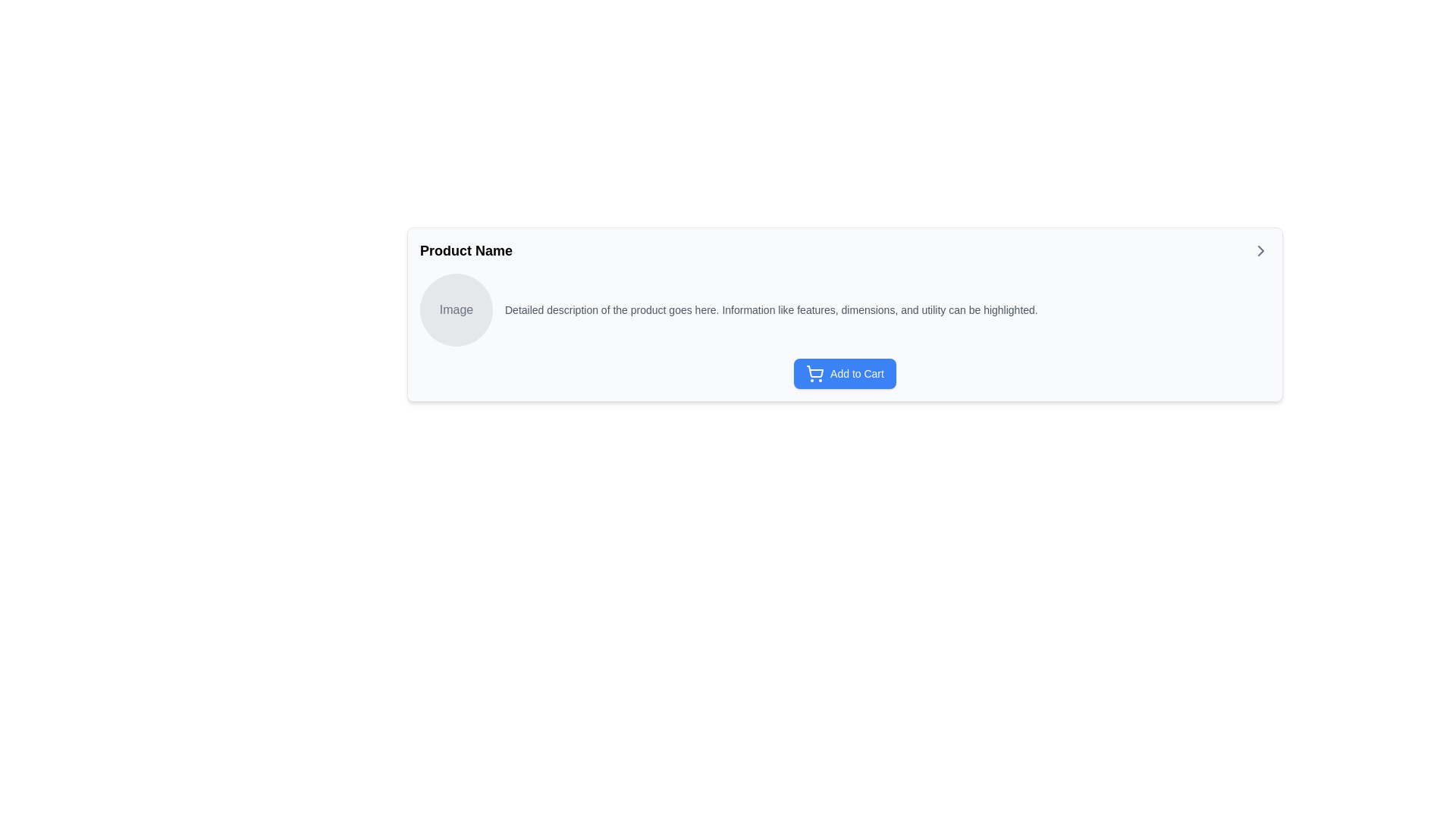  What do you see at coordinates (844, 374) in the screenshot?
I see `the blue 'Add to Cart' button with white text and a shopping cart icon` at bounding box center [844, 374].